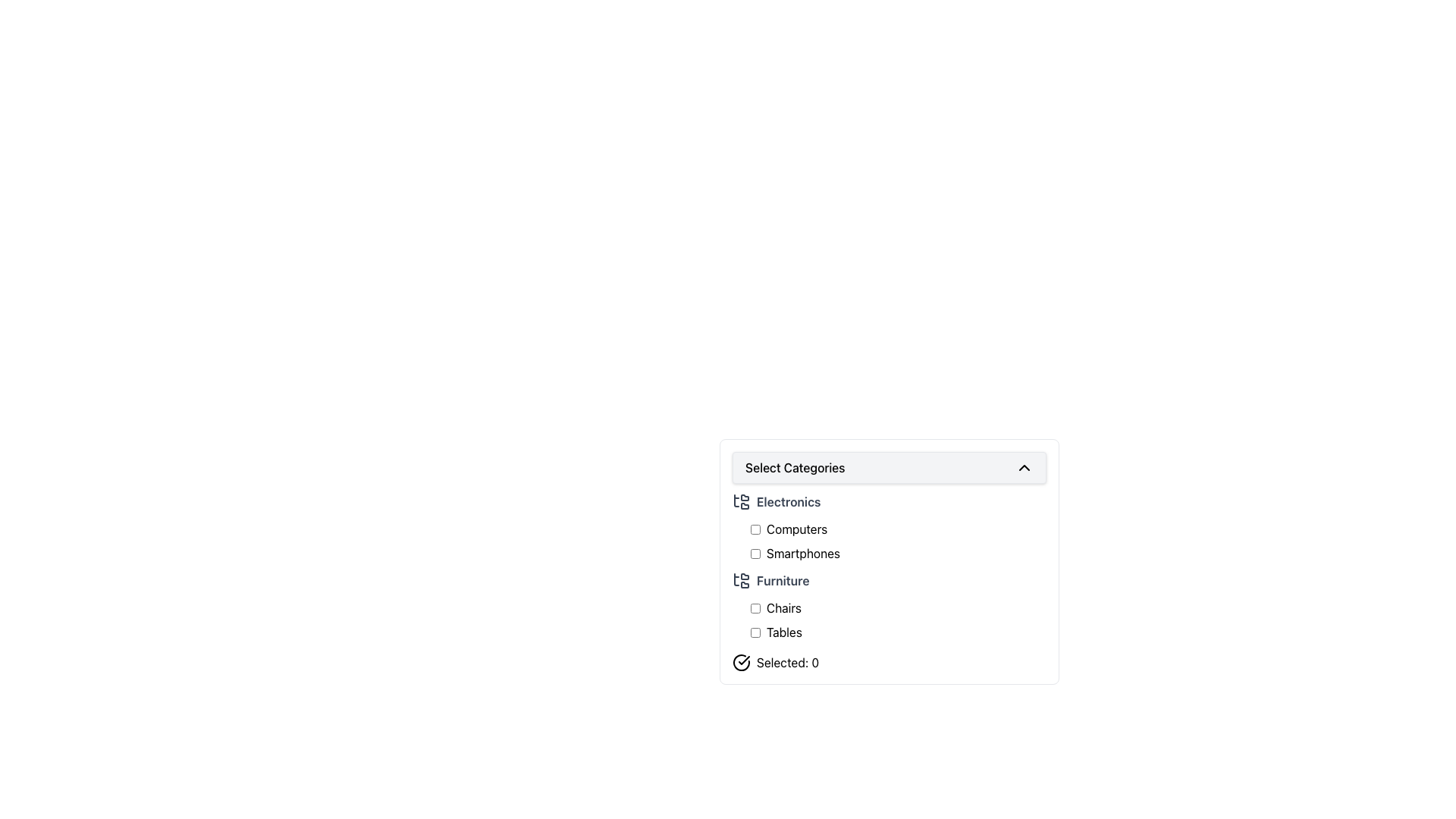  What do you see at coordinates (755, 529) in the screenshot?
I see `the checkbox` at bounding box center [755, 529].